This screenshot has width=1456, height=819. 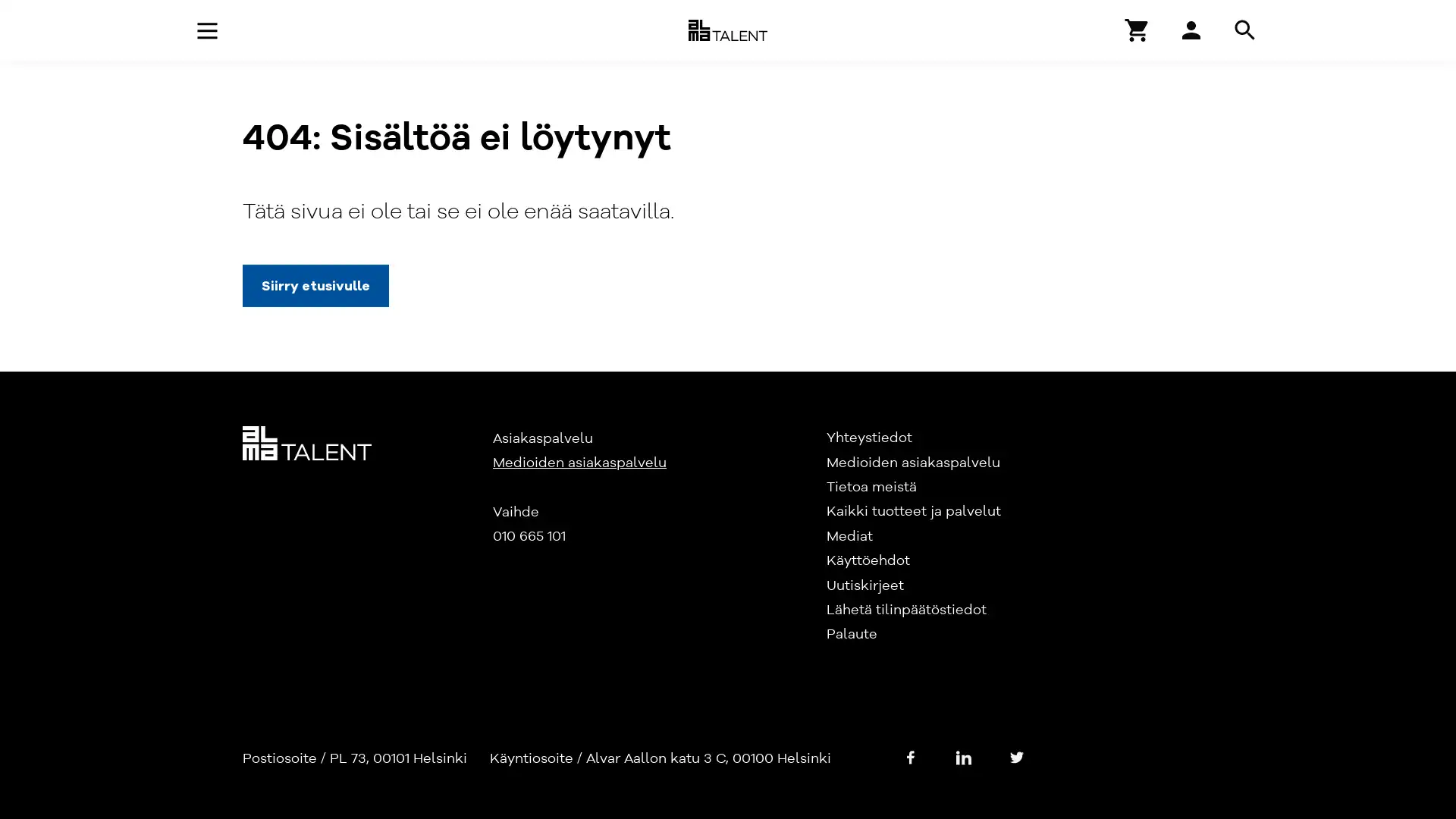 I want to click on Avaa navigaatio, so click(x=206, y=30).